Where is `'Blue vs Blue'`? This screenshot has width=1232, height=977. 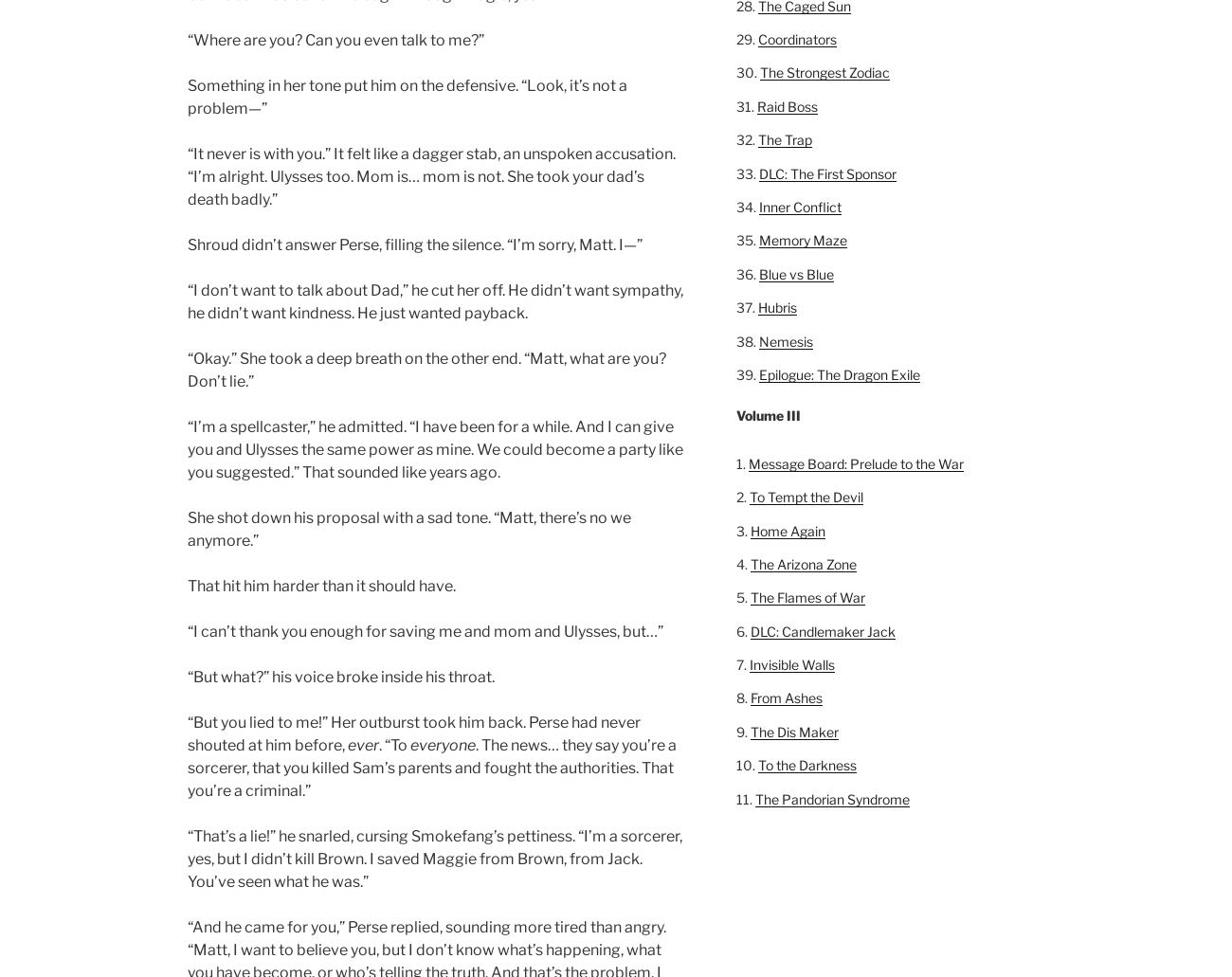
'Blue vs Blue' is located at coordinates (795, 273).